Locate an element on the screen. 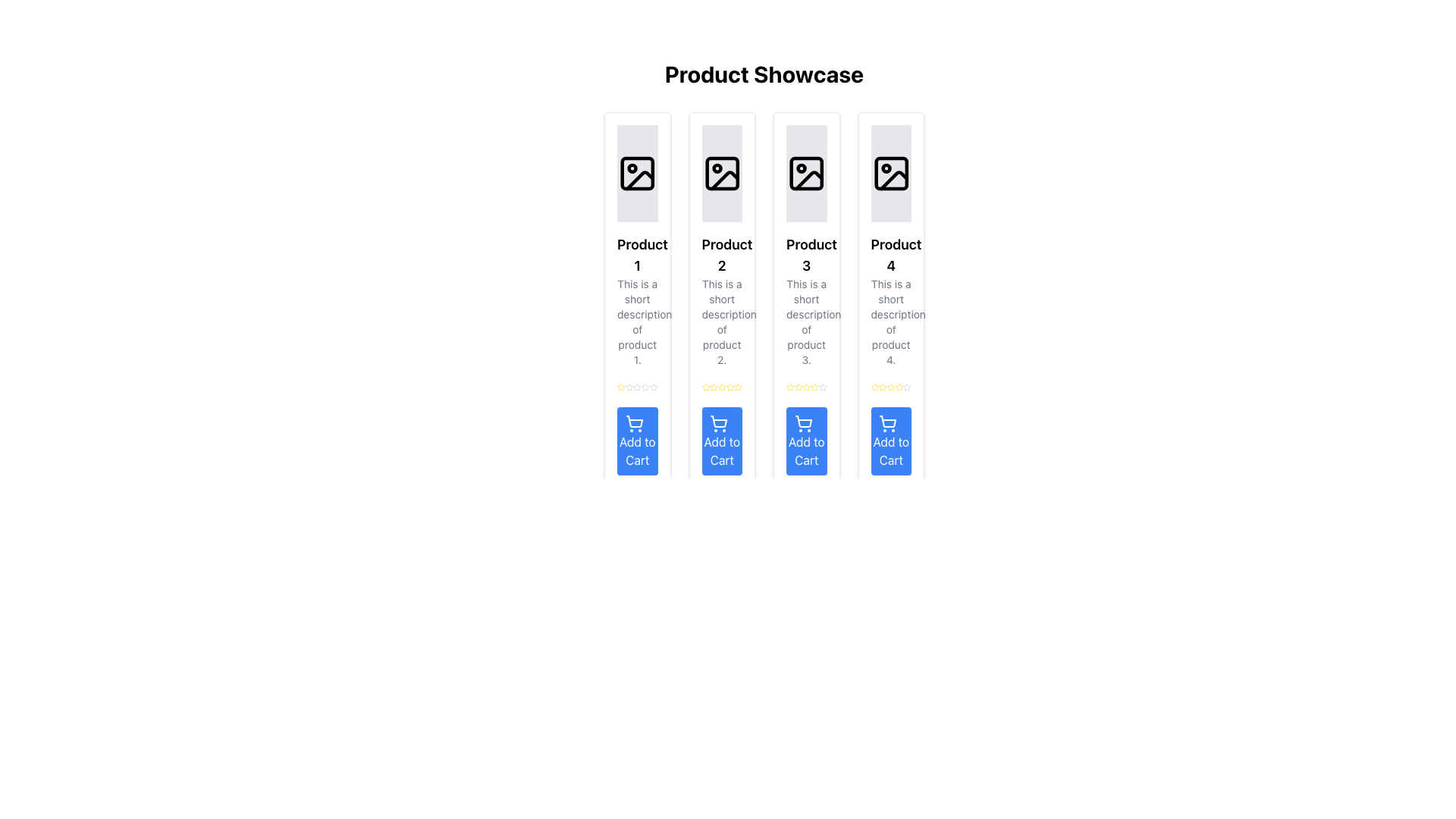  the second star icon in the rating system under 'Product 4' in the fourth column of the product showcase grid is located at coordinates (883, 386).